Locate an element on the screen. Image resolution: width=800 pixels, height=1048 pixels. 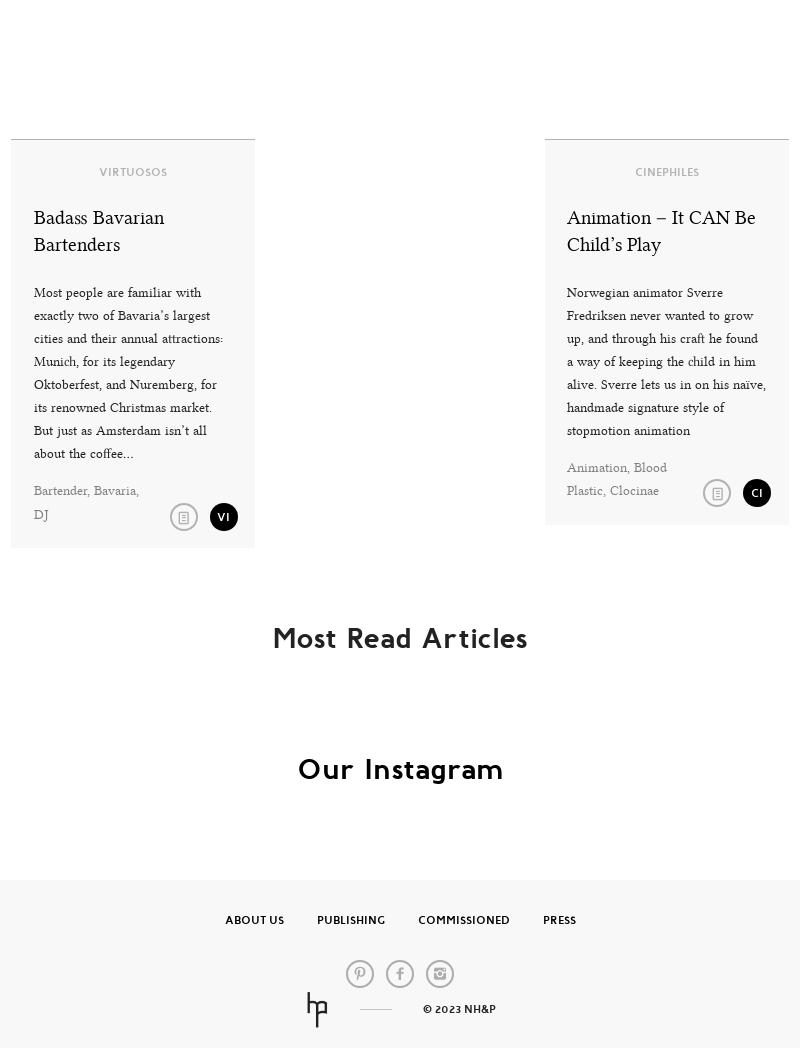
'Most Read Articles' is located at coordinates (400, 637).